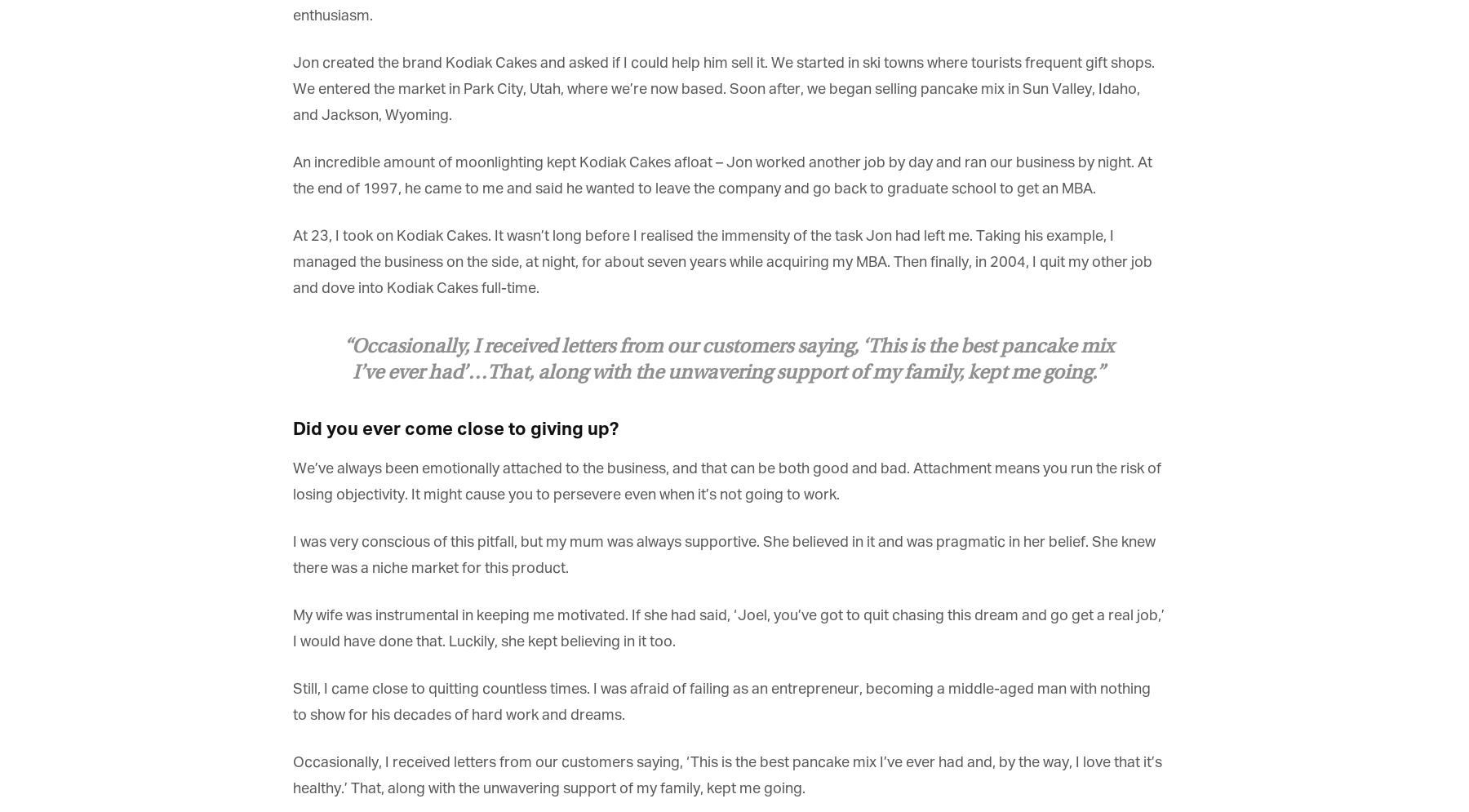 The image size is (1469, 812). What do you see at coordinates (728, 629) in the screenshot?
I see `'My wife was instrumental in keeping me motivated. If she had said, ‘Joel, you’ve got to quit chasing this dream and go get a real job,’ I would have done that. Luckily, she kept believing in it too.'` at bounding box center [728, 629].